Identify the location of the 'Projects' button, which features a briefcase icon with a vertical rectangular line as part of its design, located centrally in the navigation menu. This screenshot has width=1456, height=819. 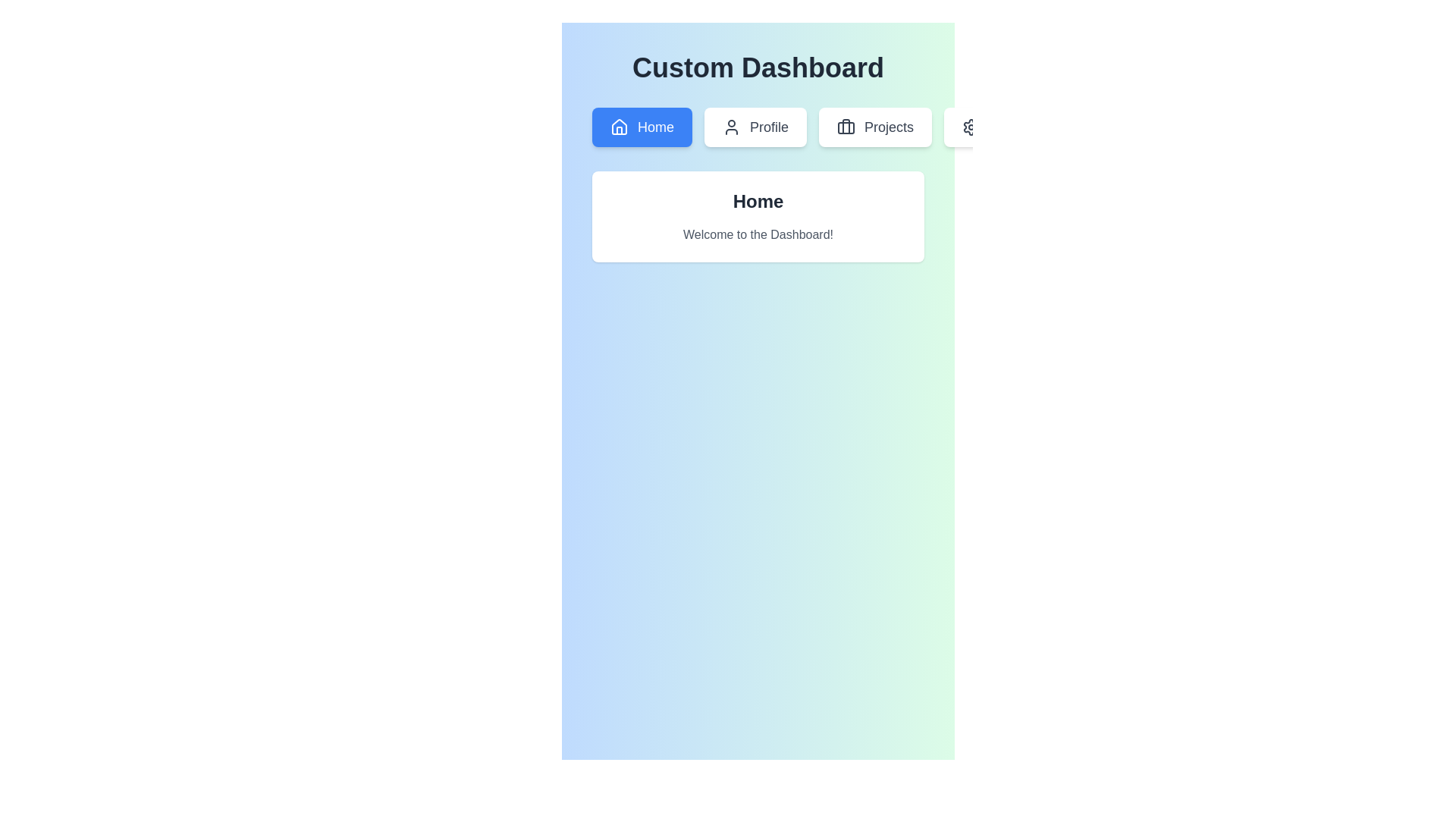
(846, 125).